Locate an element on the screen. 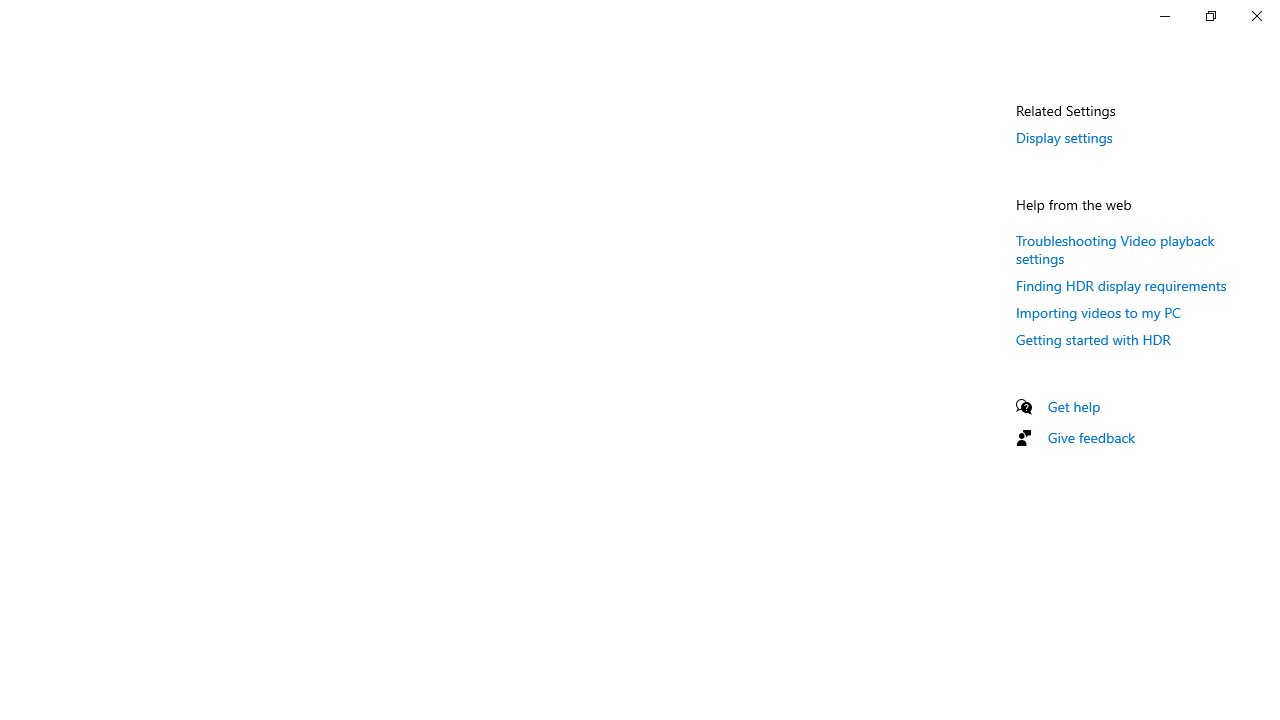 Image resolution: width=1280 pixels, height=720 pixels. 'Importing videos to my PC' is located at coordinates (1097, 312).